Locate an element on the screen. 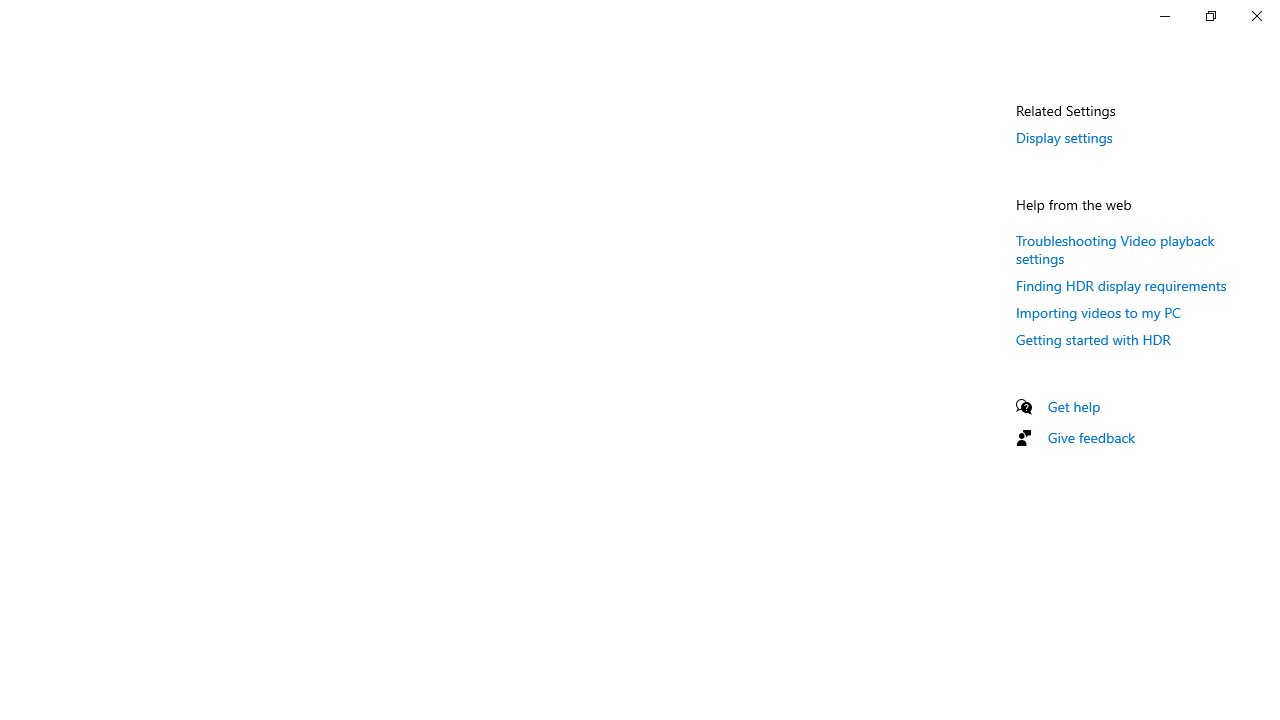 Image resolution: width=1280 pixels, height=720 pixels. 'Importing videos to my PC' is located at coordinates (1097, 312).